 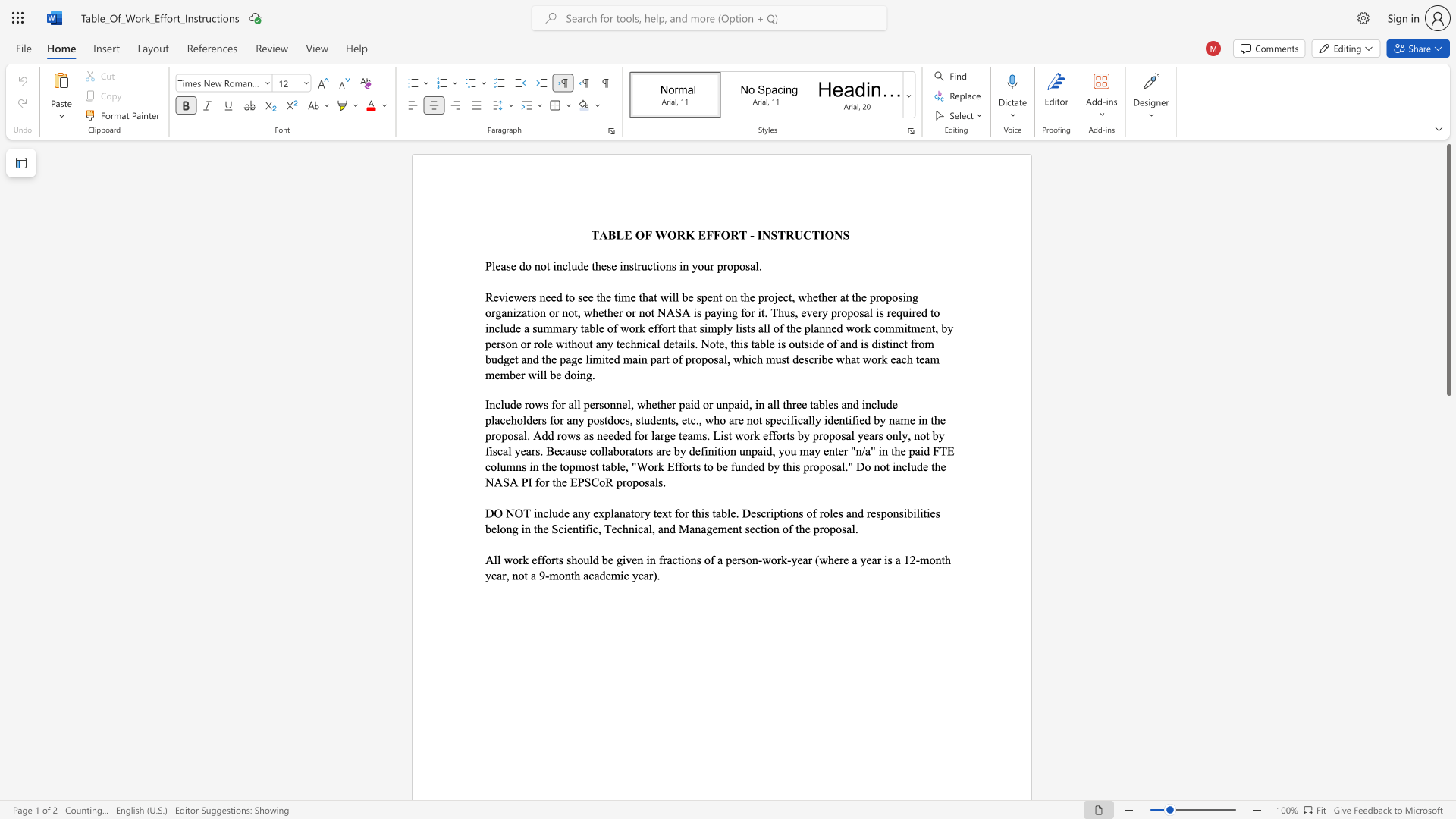 What do you see at coordinates (1448, 590) in the screenshot?
I see `the right-hand scrollbar to descend the page` at bounding box center [1448, 590].